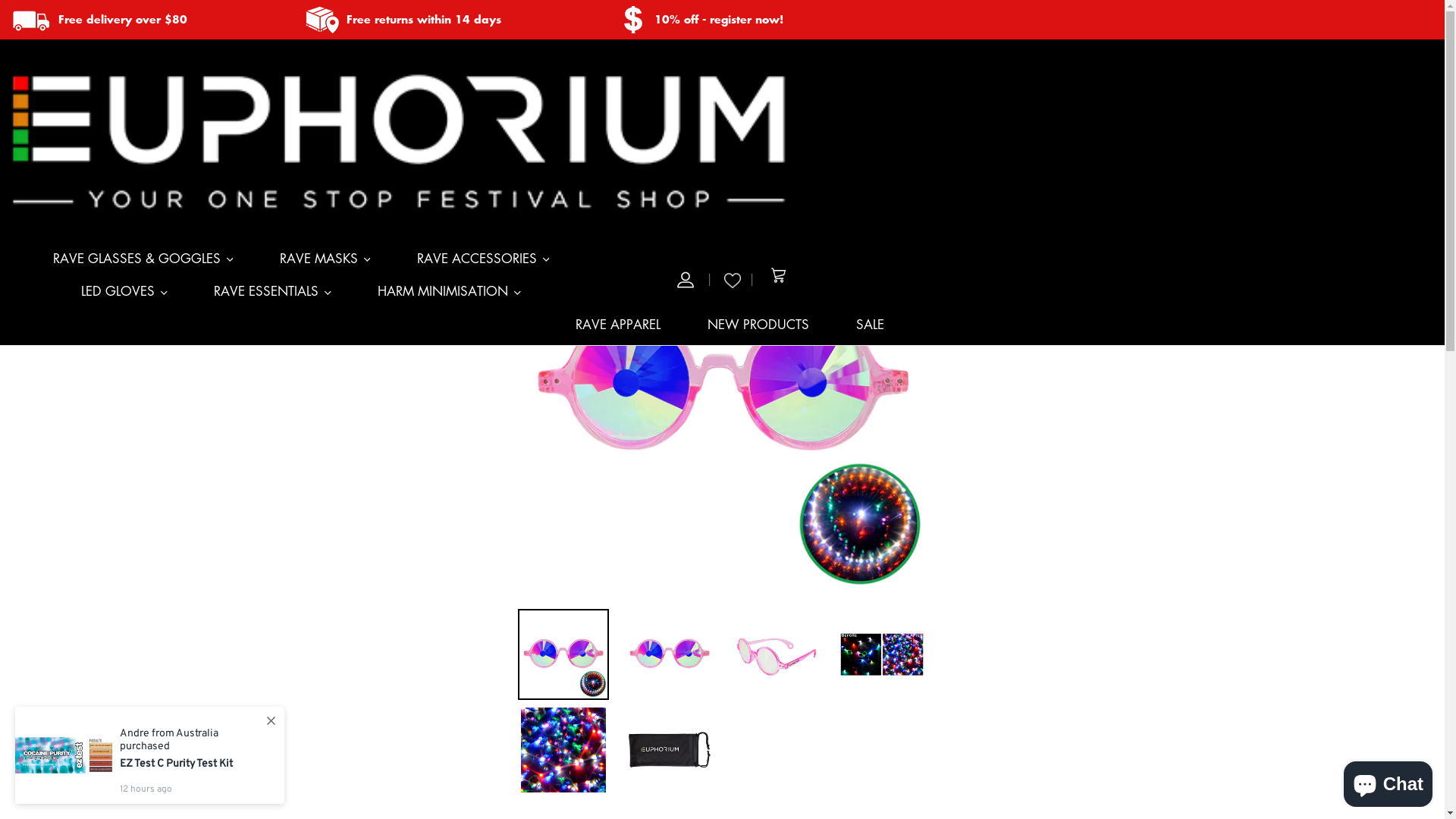  Describe the element at coordinates (779, 279) in the screenshot. I see `'Cart'` at that location.